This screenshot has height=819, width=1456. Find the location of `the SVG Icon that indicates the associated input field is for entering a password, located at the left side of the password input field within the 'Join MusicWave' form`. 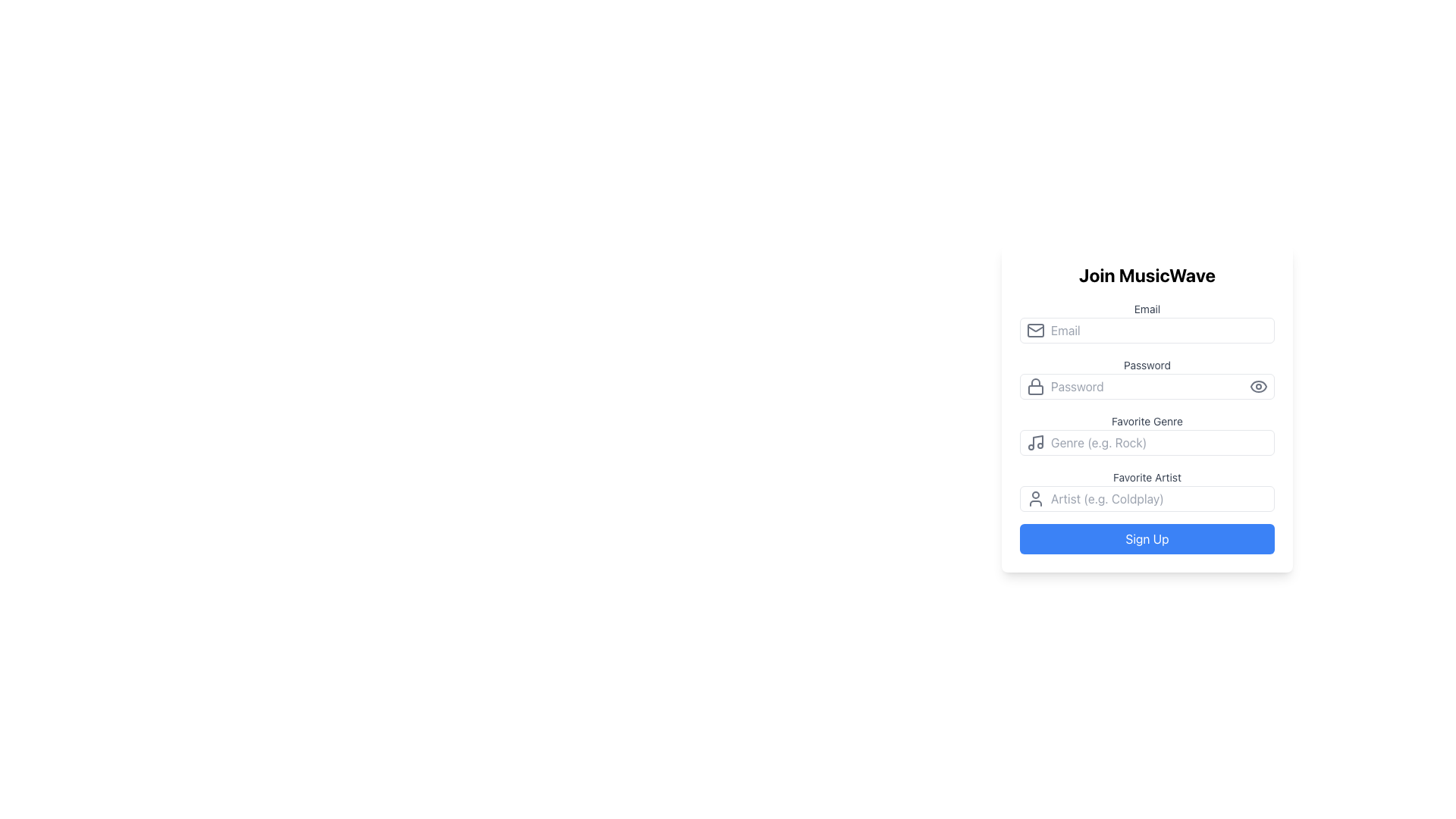

the SVG Icon that indicates the associated input field is for entering a password, located at the left side of the password input field within the 'Join MusicWave' form is located at coordinates (1035, 385).